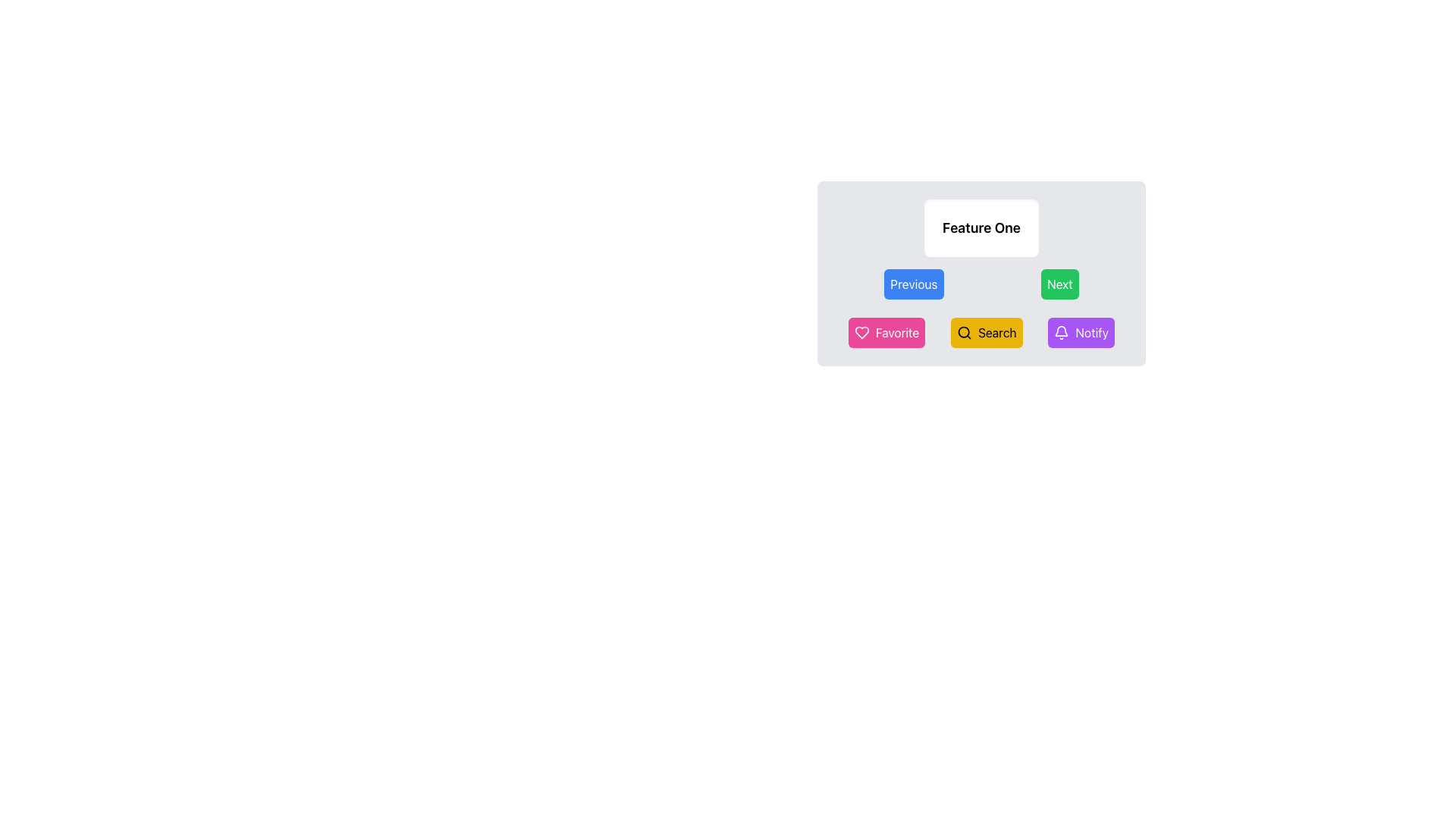 This screenshot has height=819, width=1456. What do you see at coordinates (1061, 330) in the screenshot?
I see `the lower arc of the bell shape in the Notify button, which symbolizes a notification feature, located within the Notify button area` at bounding box center [1061, 330].